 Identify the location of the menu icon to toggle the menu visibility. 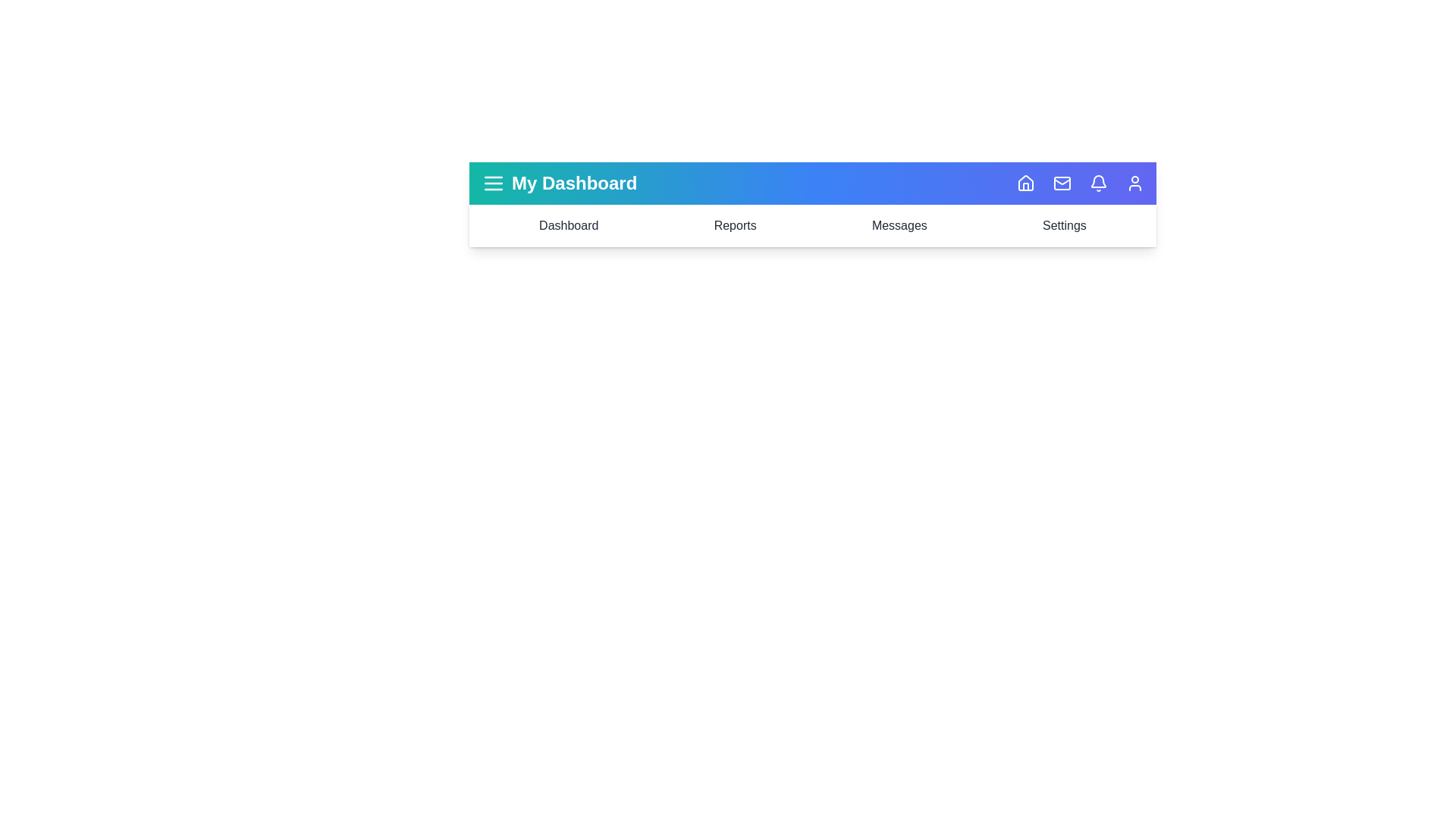
(494, 183).